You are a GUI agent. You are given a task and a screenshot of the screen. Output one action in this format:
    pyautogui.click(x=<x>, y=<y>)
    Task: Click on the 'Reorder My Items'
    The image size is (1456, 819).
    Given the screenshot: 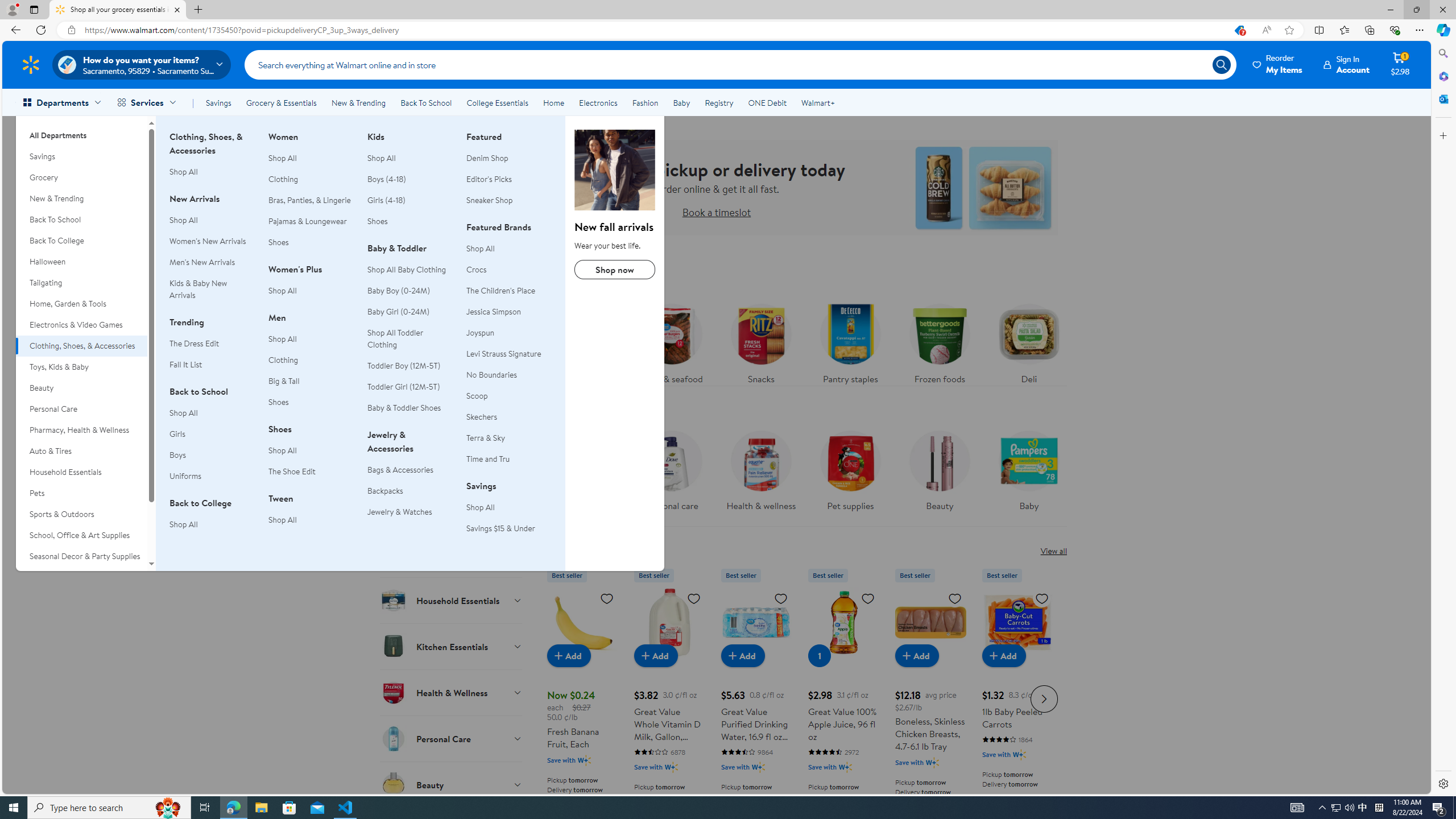 What is the action you would take?
    pyautogui.click(x=1277, y=64)
    